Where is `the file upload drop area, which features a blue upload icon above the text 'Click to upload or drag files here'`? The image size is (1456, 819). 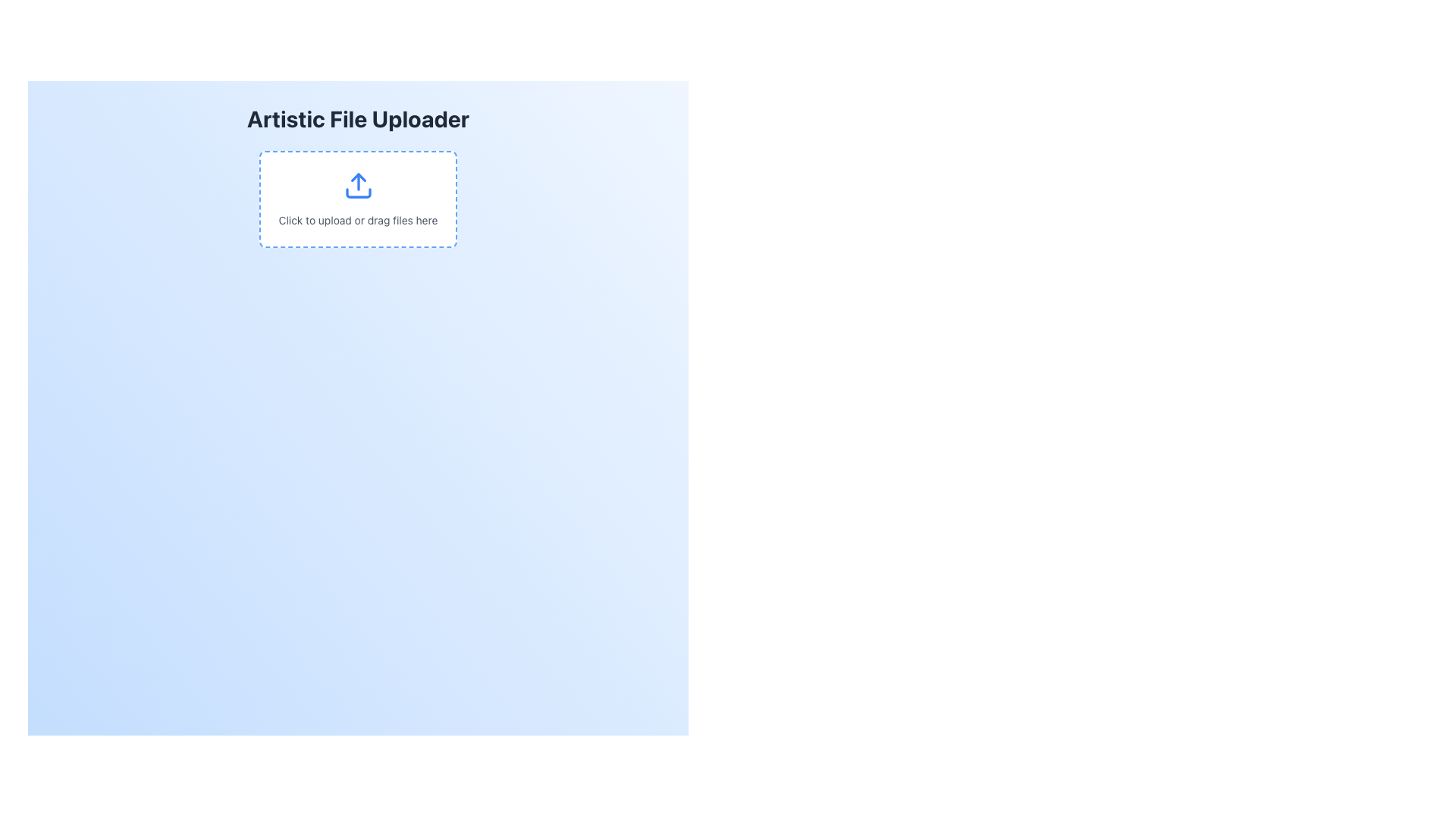
the file upload drop area, which features a blue upload icon above the text 'Click to upload or drag files here' is located at coordinates (357, 198).